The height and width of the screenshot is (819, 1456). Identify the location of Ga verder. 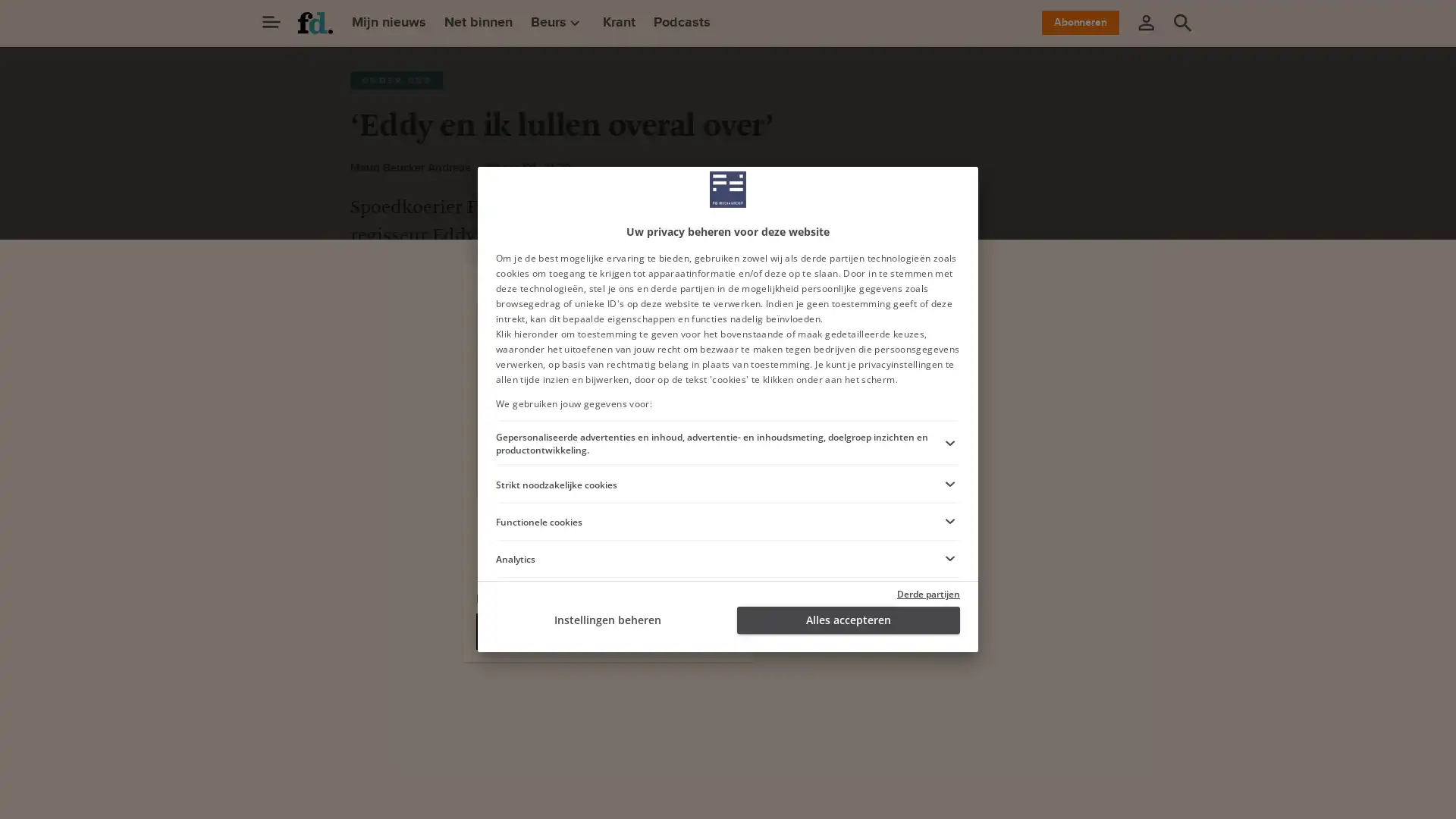
(607, 459).